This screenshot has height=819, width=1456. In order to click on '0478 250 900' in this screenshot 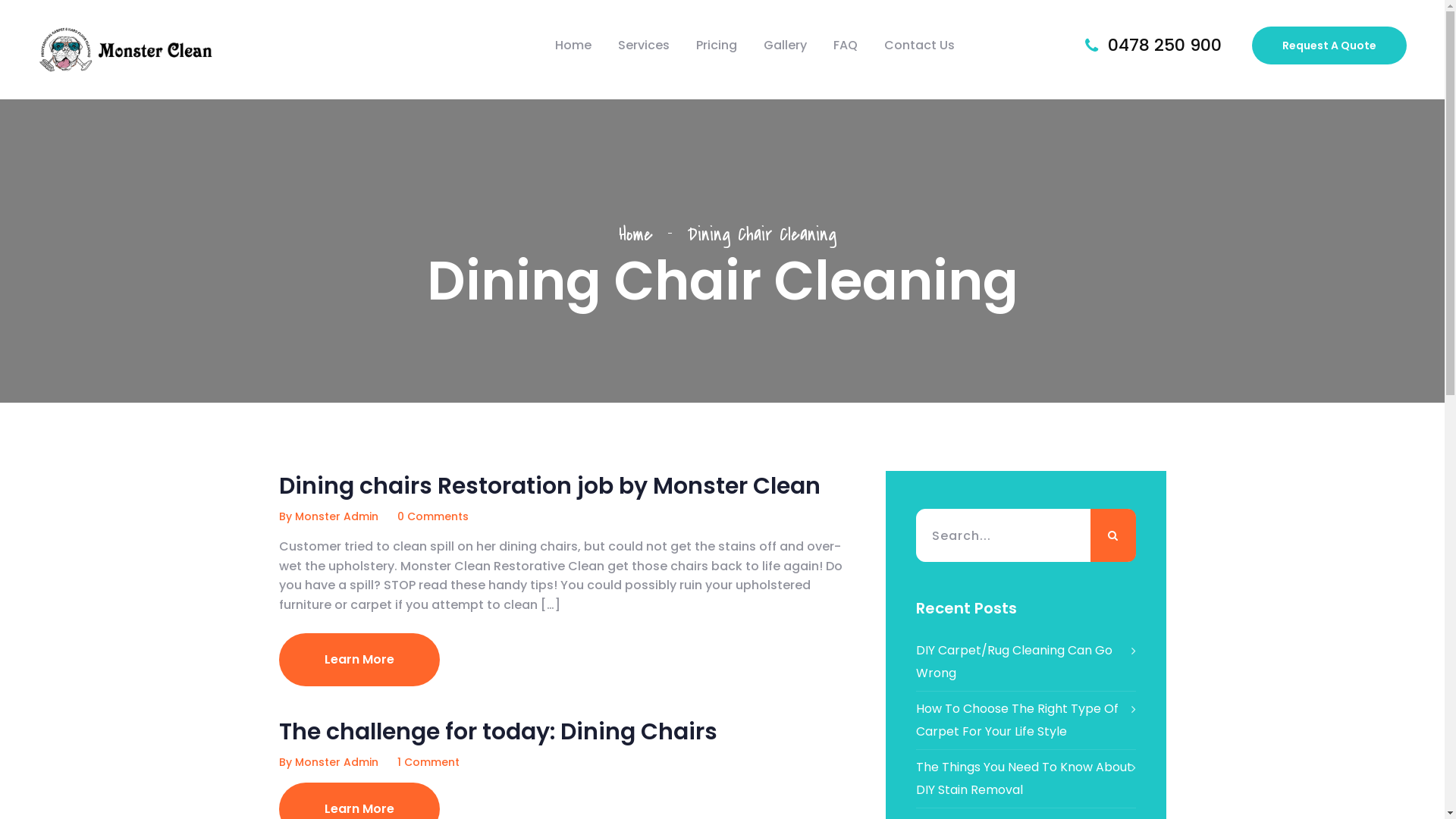, I will do `click(1164, 44)`.